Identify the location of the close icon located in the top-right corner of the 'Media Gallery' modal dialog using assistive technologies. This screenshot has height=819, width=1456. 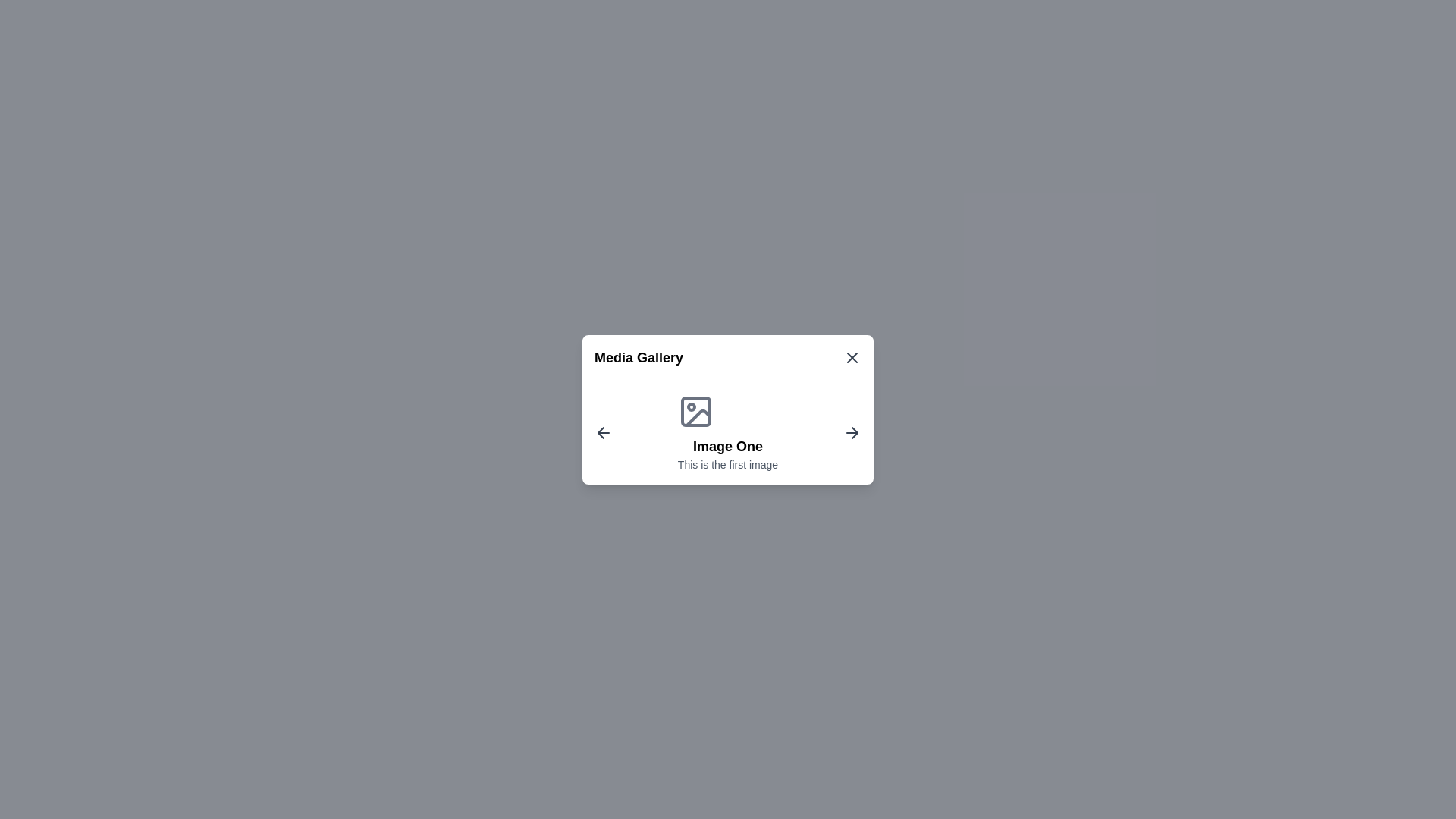
(852, 357).